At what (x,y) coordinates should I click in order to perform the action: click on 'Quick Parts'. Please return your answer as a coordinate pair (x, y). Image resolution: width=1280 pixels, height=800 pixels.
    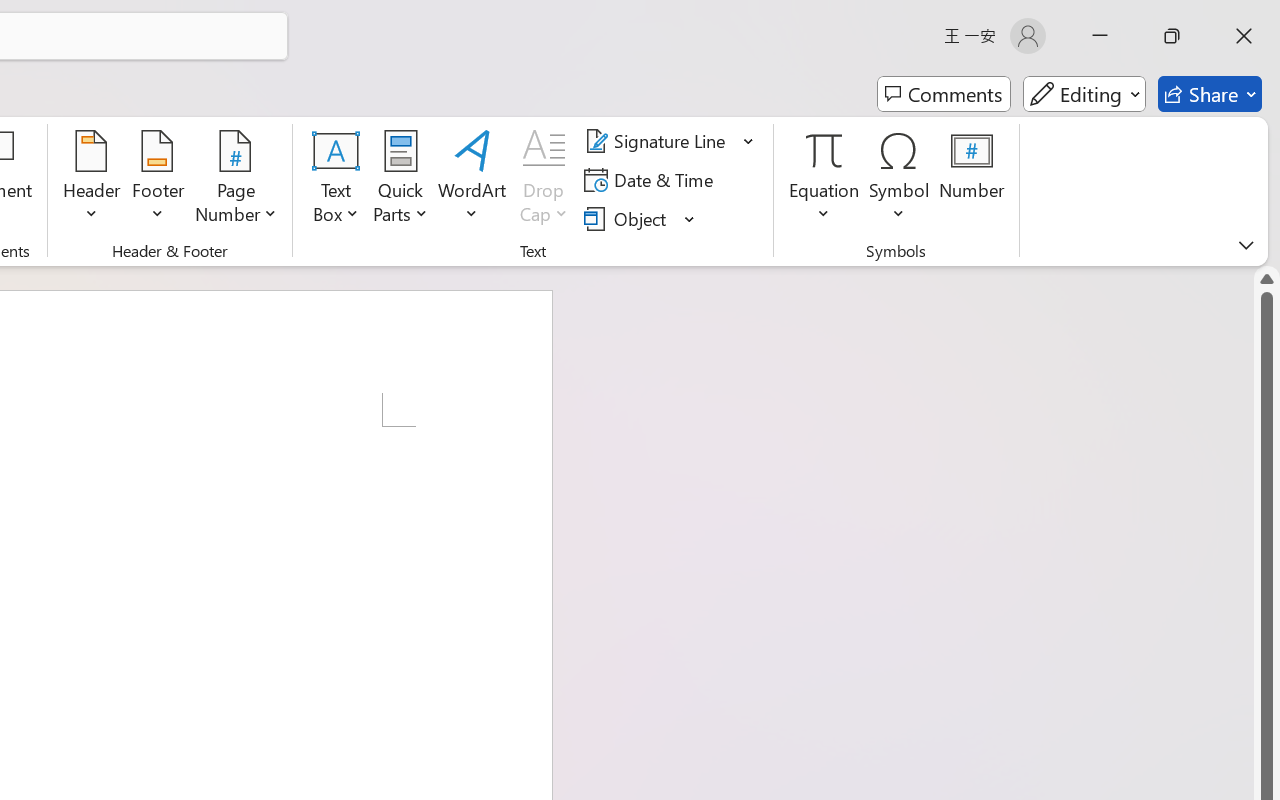
    Looking at the image, I should click on (400, 179).